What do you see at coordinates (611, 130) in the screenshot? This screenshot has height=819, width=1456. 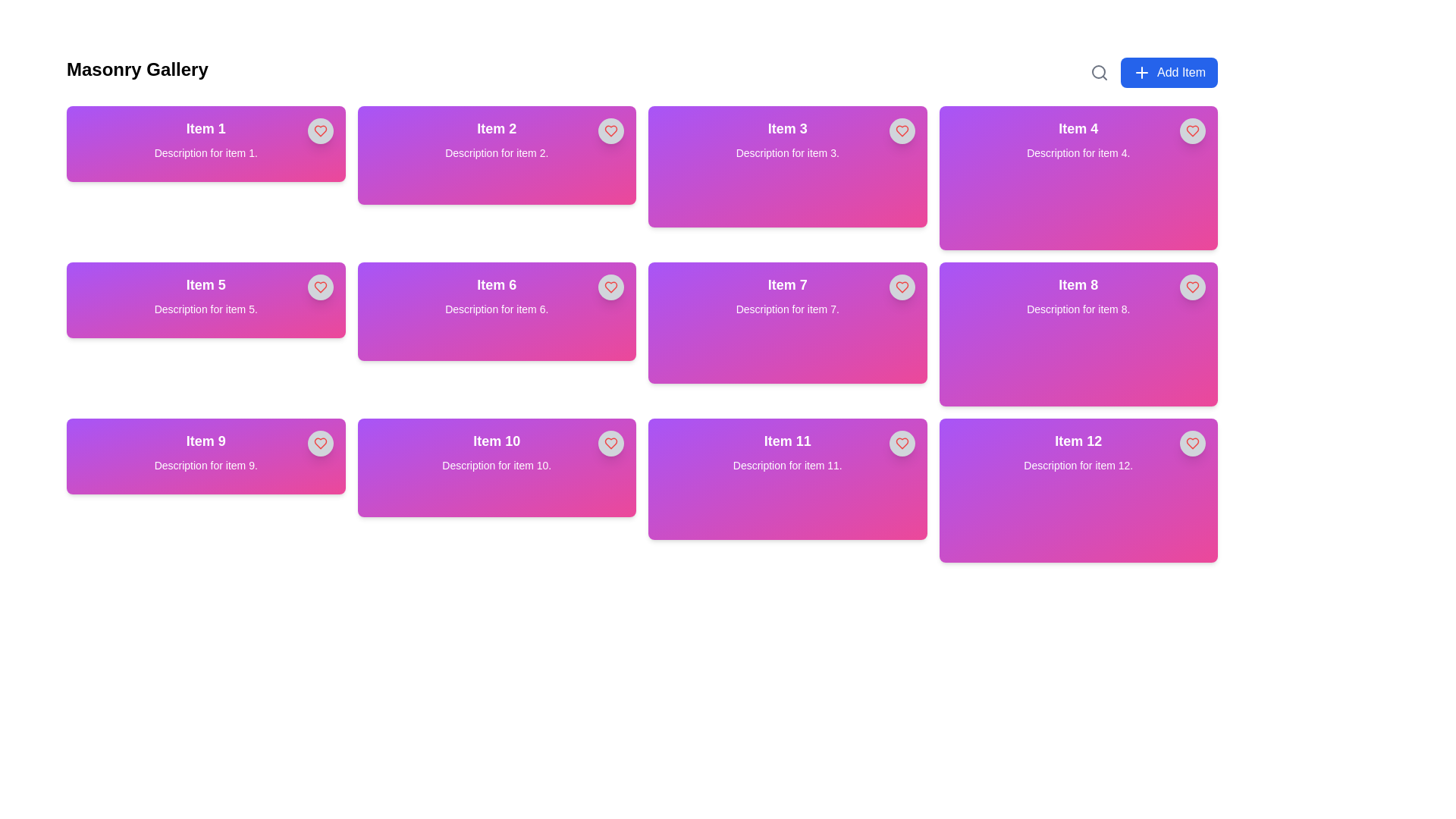 I see `the heart-shaped icon button located in the top-right corner of the 'Item 2' card` at bounding box center [611, 130].